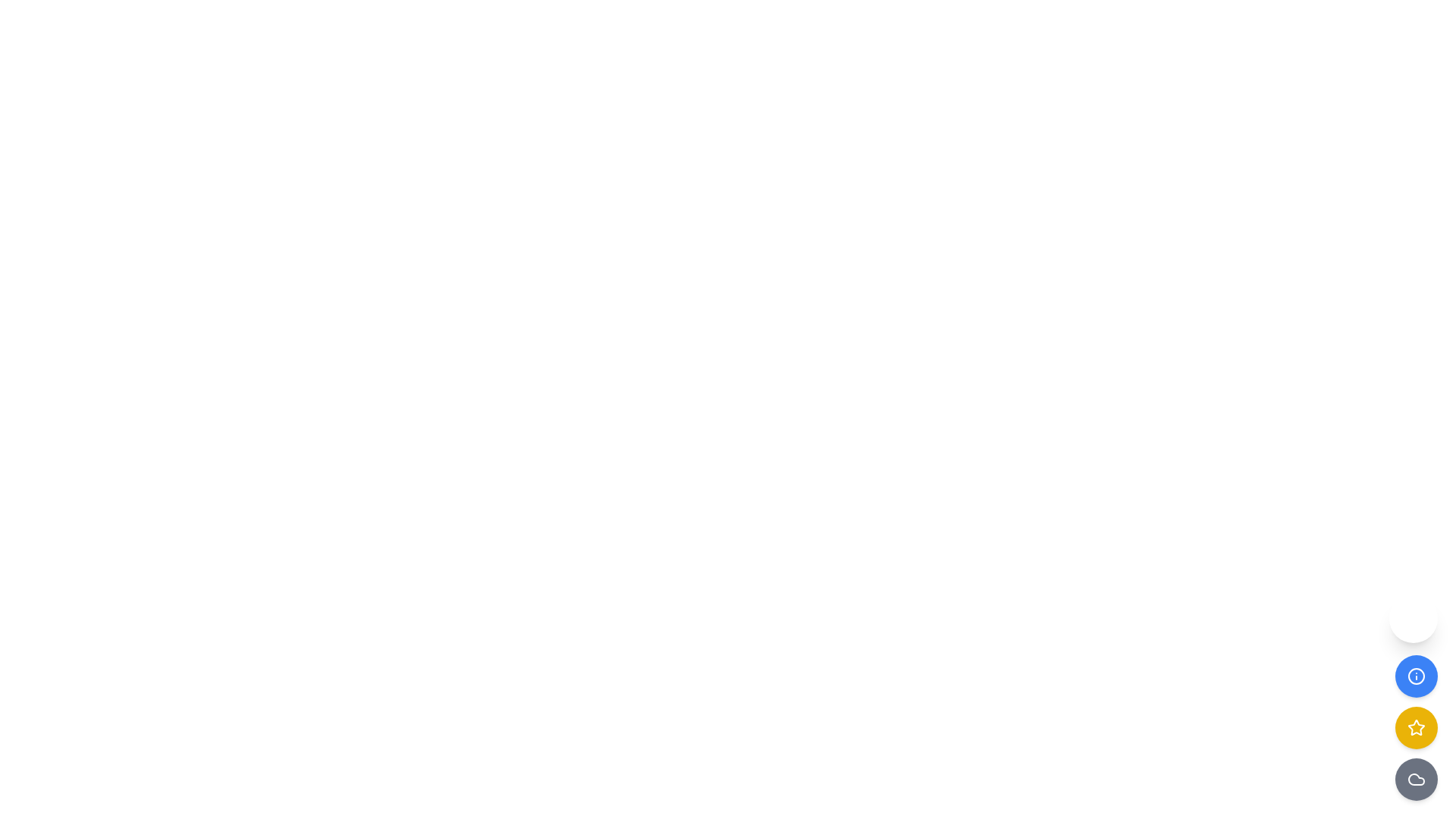 The height and width of the screenshot is (819, 1456). What do you see at coordinates (1415, 727) in the screenshot?
I see `the third interactive button in the vertical column, which is positioned below the blue button with an information icon and above the gray button with a cloud icon` at bounding box center [1415, 727].